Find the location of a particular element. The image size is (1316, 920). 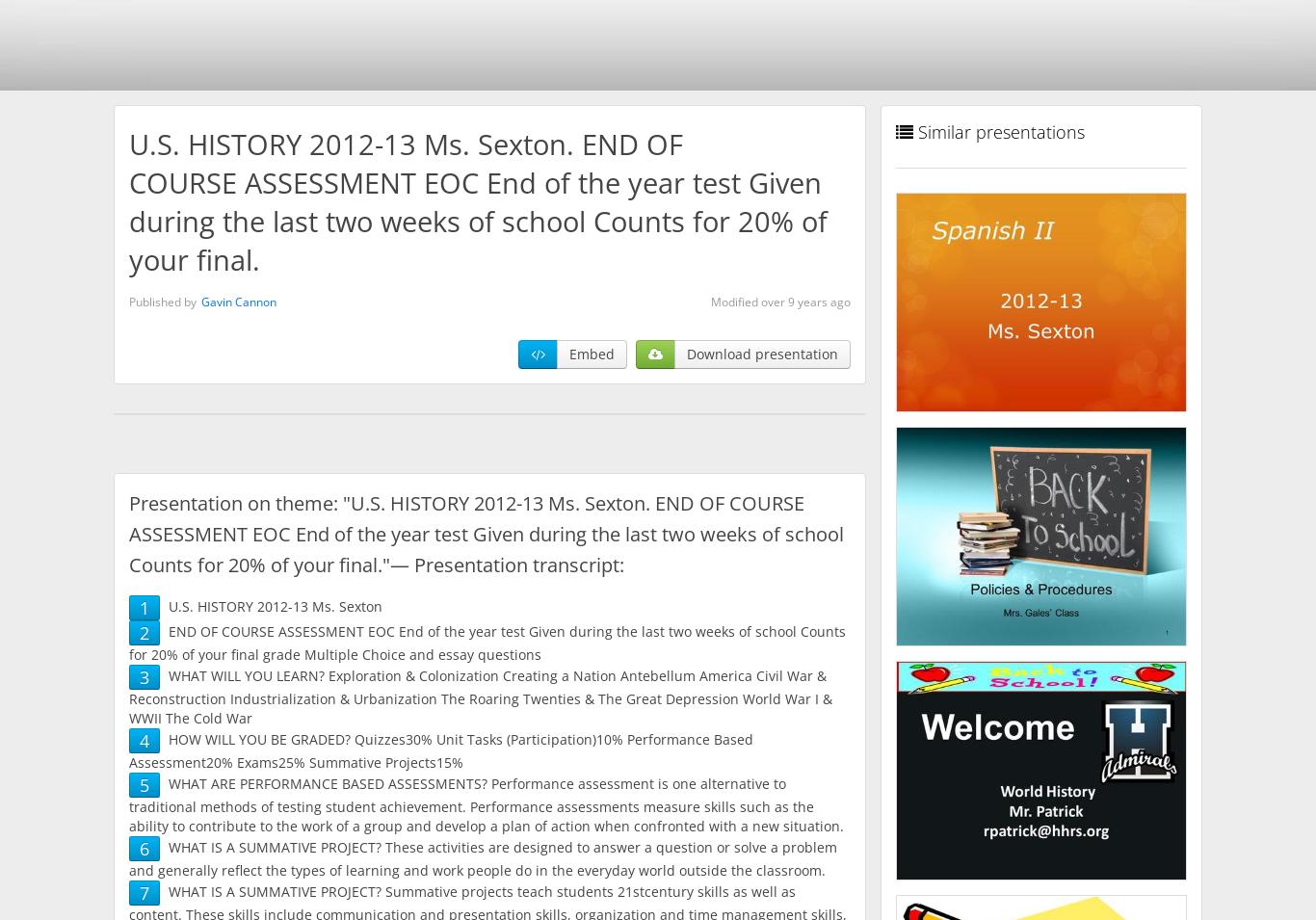

'Download presentation' is located at coordinates (761, 353).